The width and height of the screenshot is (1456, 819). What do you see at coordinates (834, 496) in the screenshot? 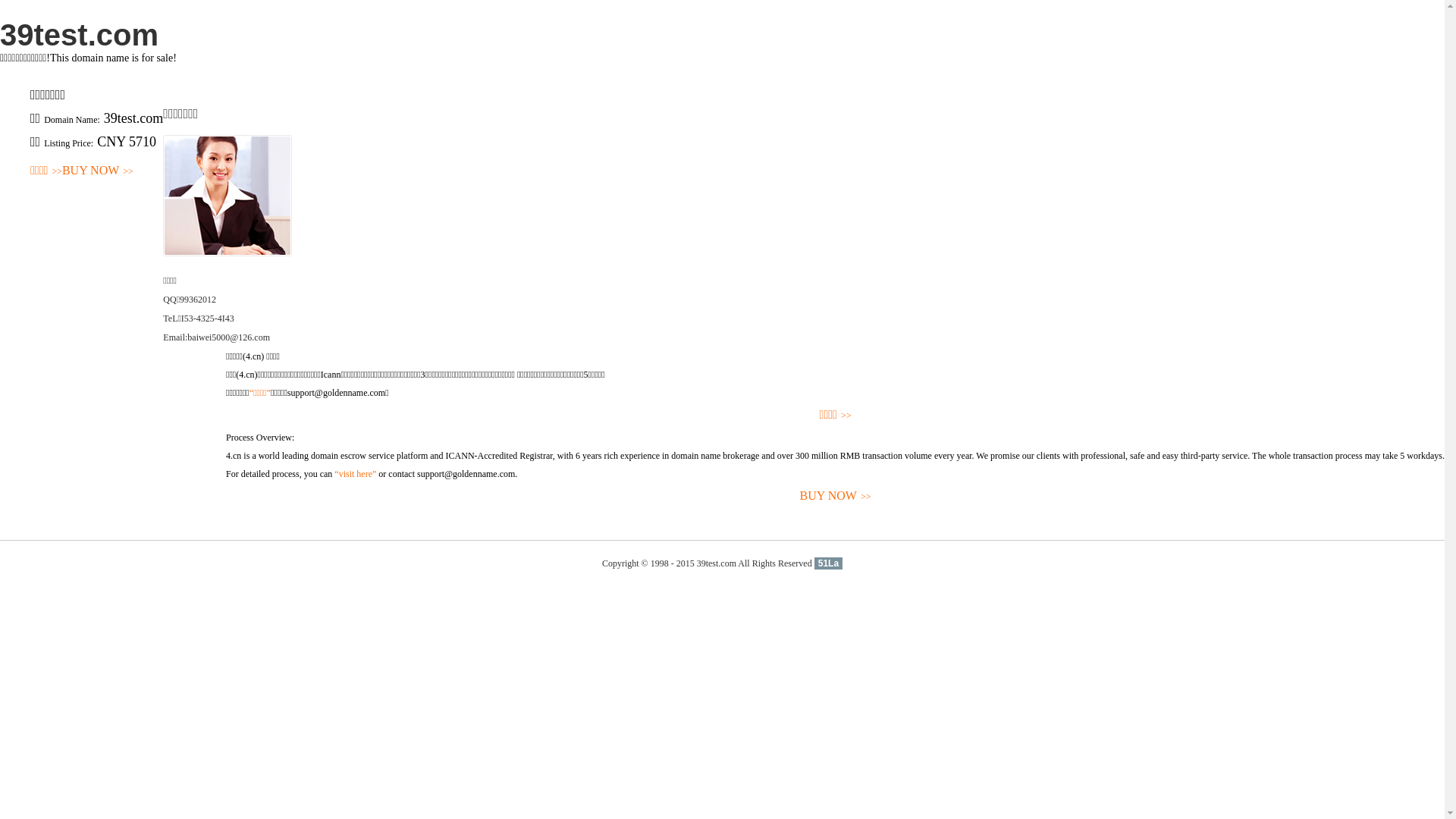
I see `'BUY NOW>>'` at bounding box center [834, 496].